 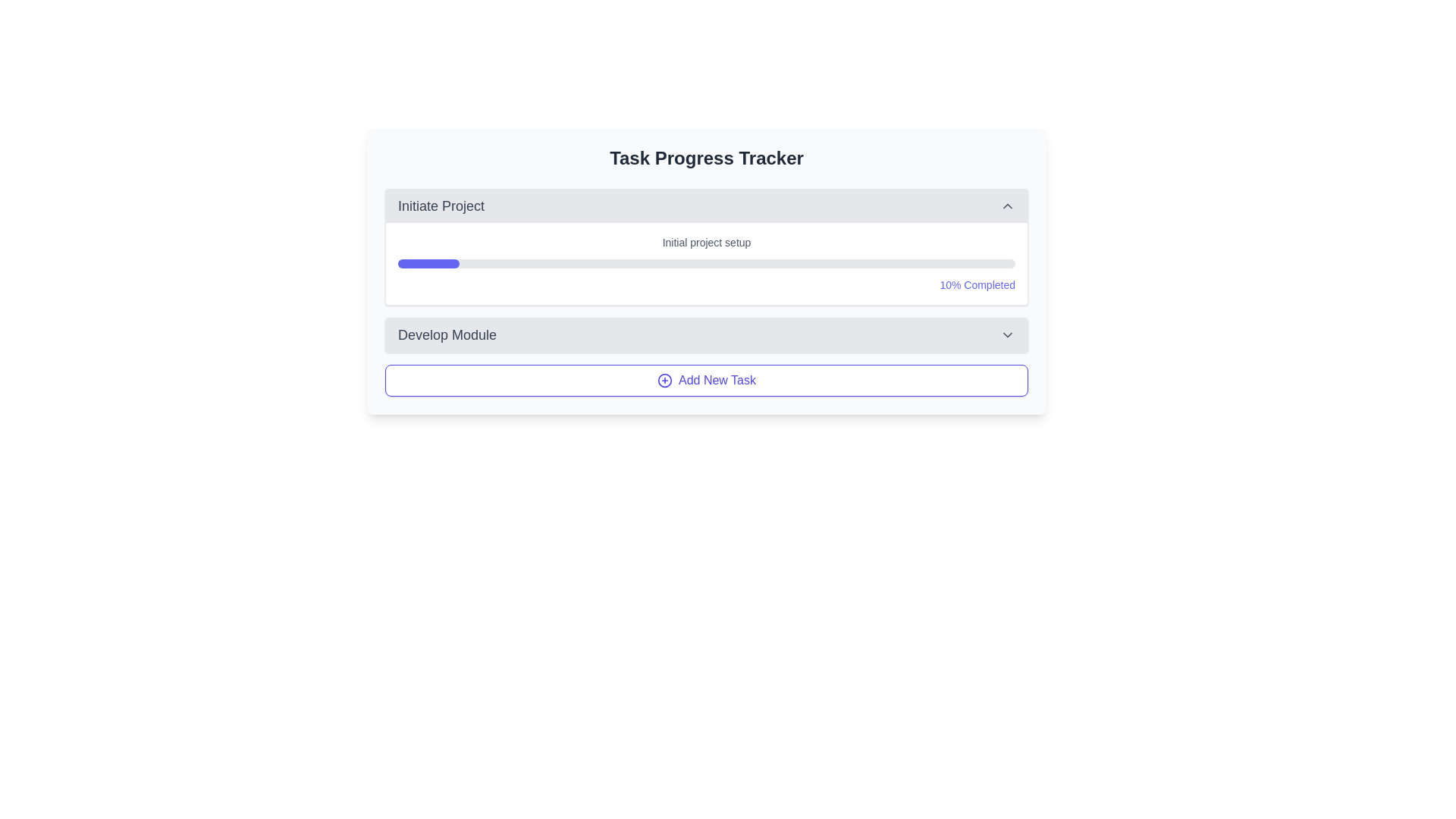 What do you see at coordinates (428, 262) in the screenshot?
I see `the Progress indicator located under the title 'Initiate Project', which visually conveys the completion status of a task and occupies the leftmost 10% of the progress bar` at bounding box center [428, 262].